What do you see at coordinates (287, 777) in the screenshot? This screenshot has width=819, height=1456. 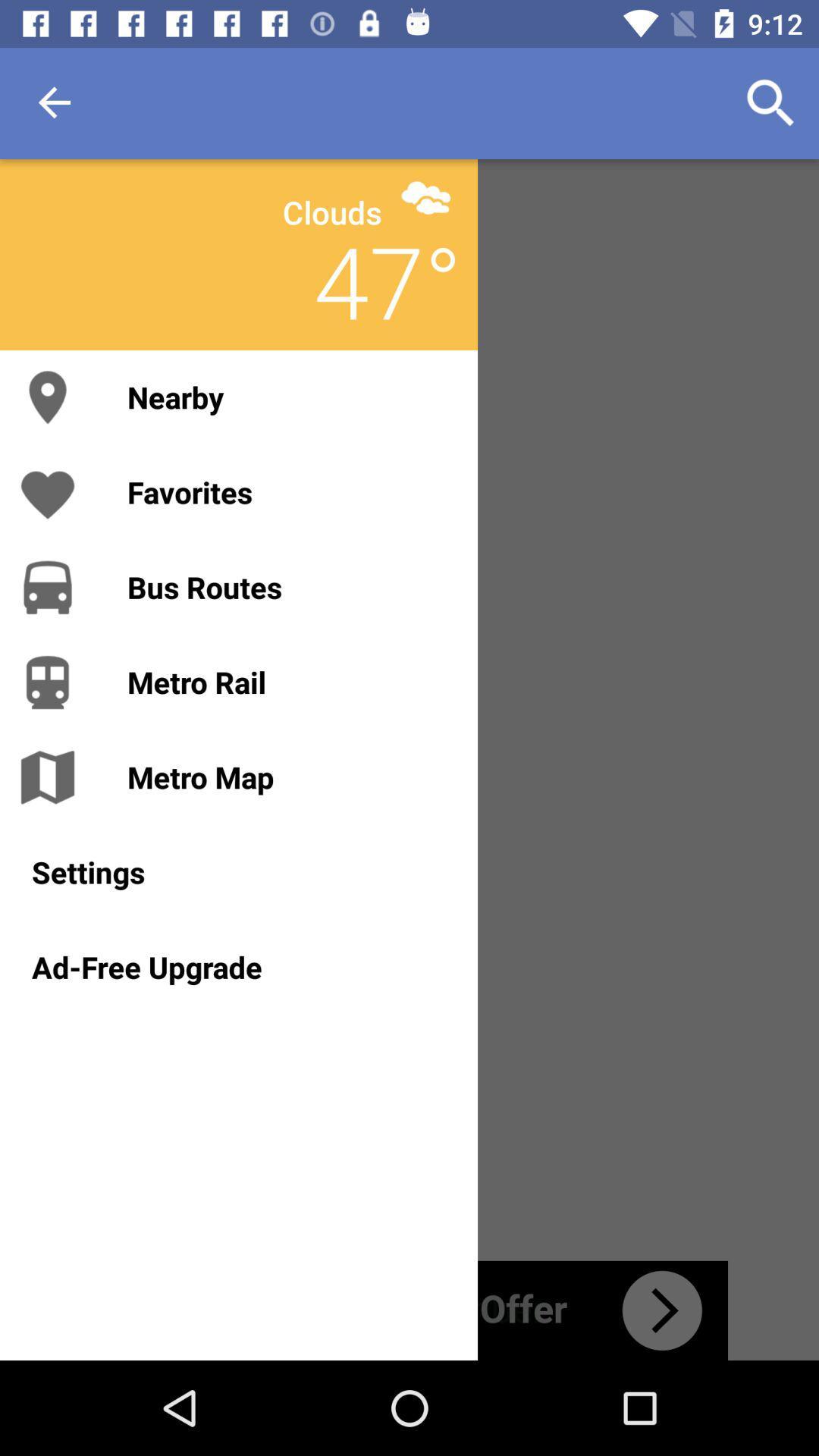 I see `the metro map item` at bounding box center [287, 777].